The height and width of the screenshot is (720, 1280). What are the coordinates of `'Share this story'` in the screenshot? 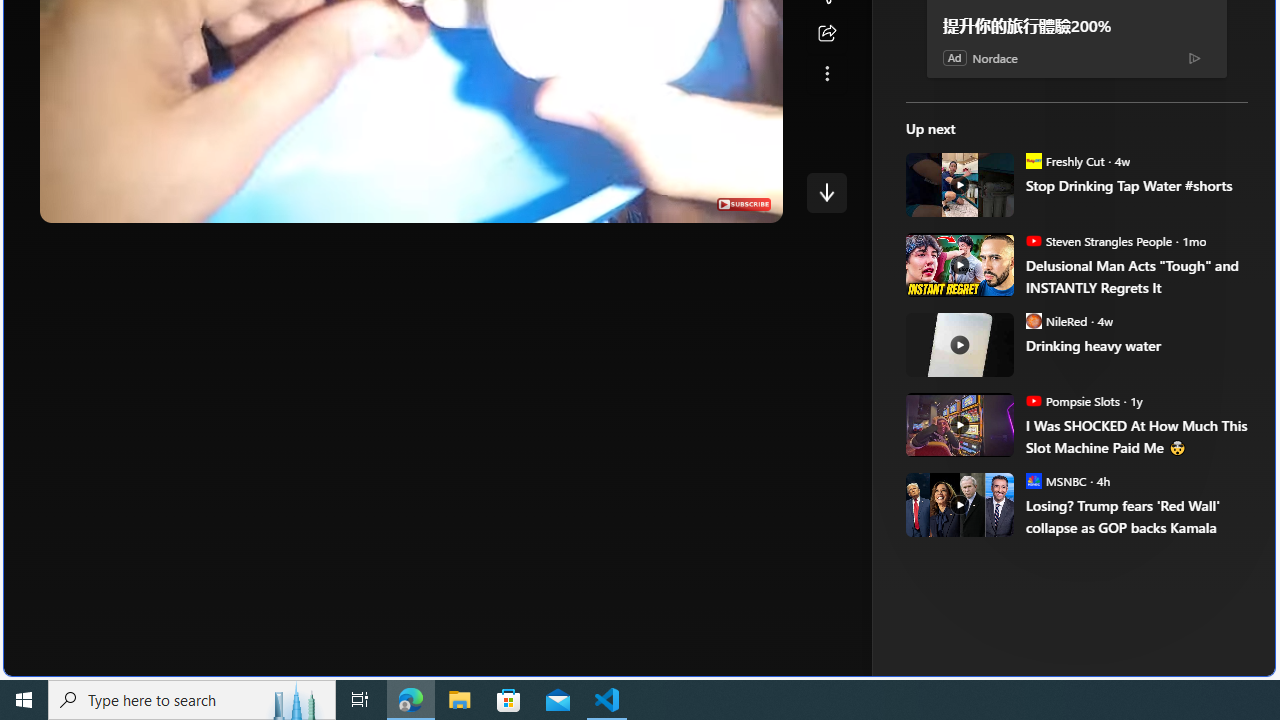 It's located at (826, 33).